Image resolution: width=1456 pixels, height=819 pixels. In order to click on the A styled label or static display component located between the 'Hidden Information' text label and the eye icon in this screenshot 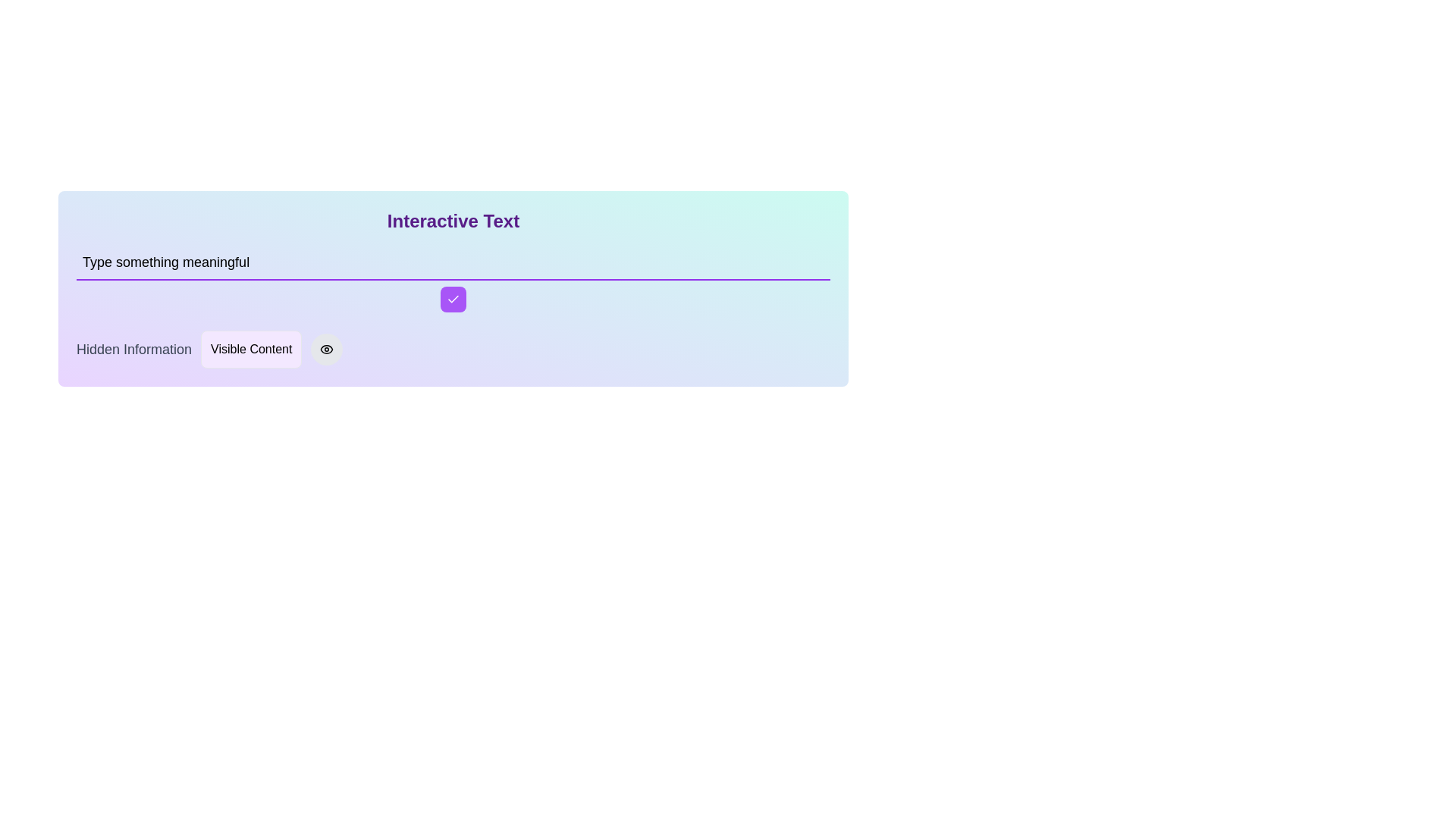, I will do `click(251, 350)`.